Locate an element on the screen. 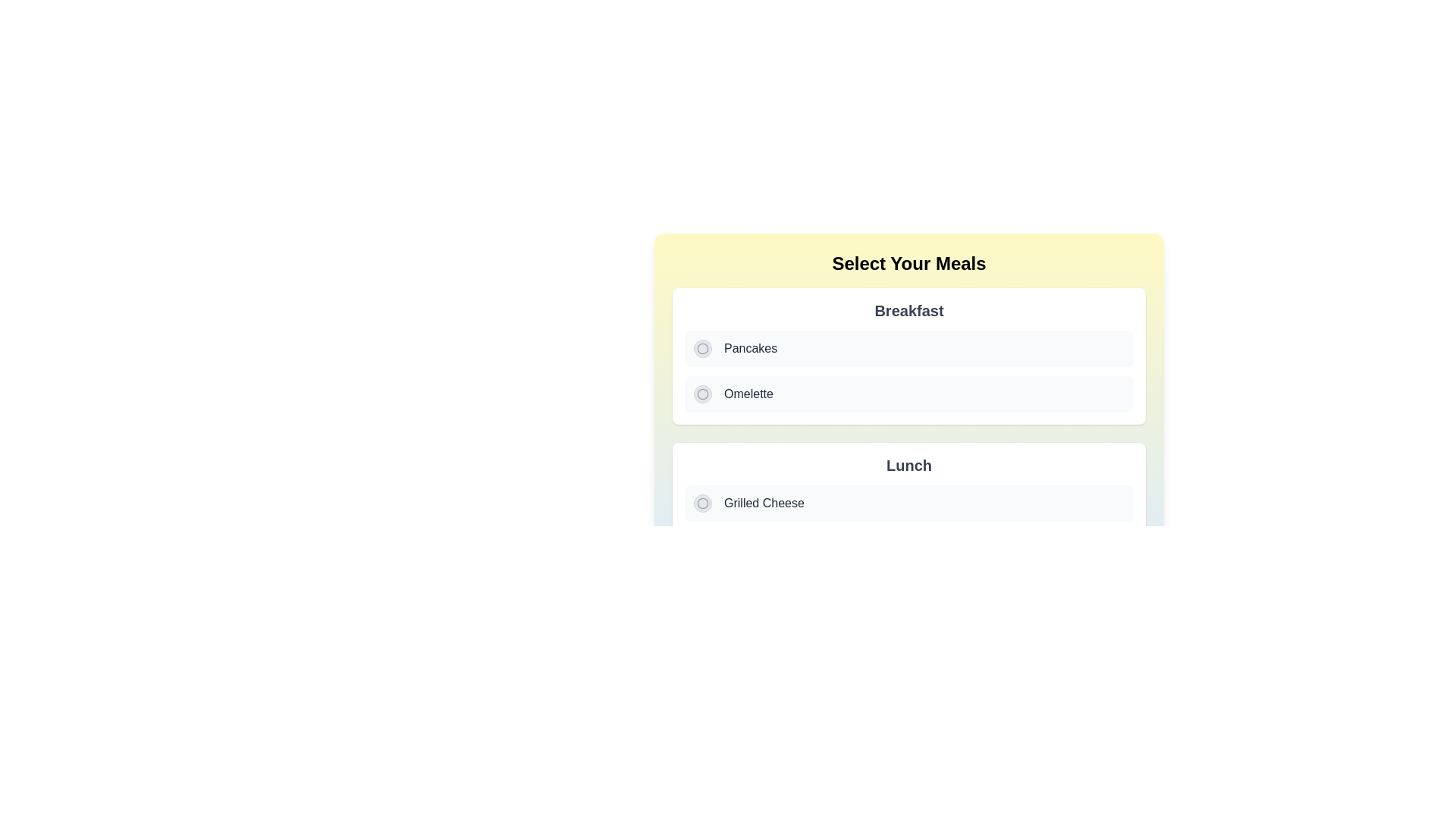  text label 'Breakfast' displayed in large, bold font at the top of the meal category section is located at coordinates (909, 309).